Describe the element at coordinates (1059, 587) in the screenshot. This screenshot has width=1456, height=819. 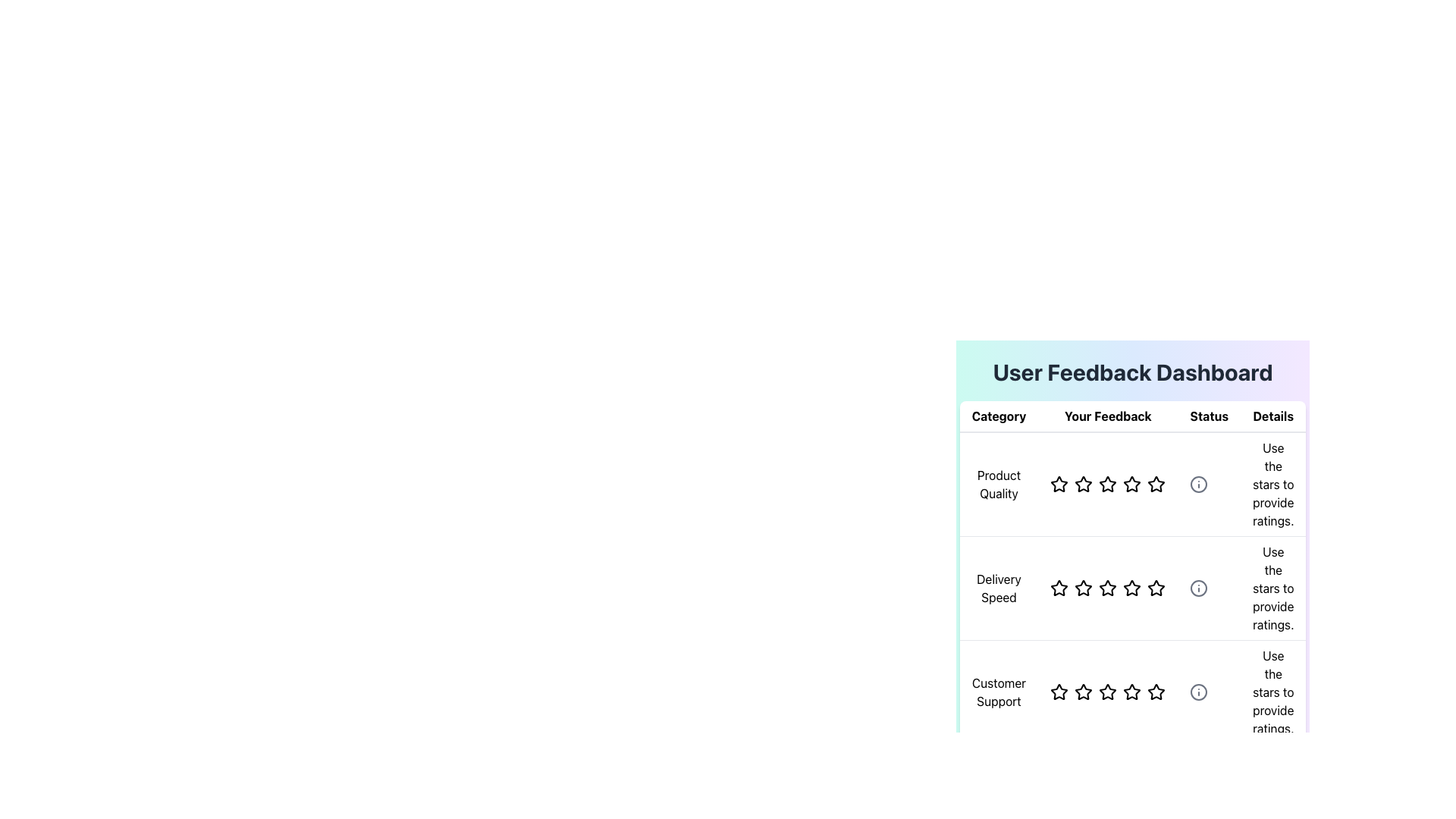
I see `the first star-shaped rating icon in the 'Delivery Speed' category under 'Your Feedback' to rate` at that location.